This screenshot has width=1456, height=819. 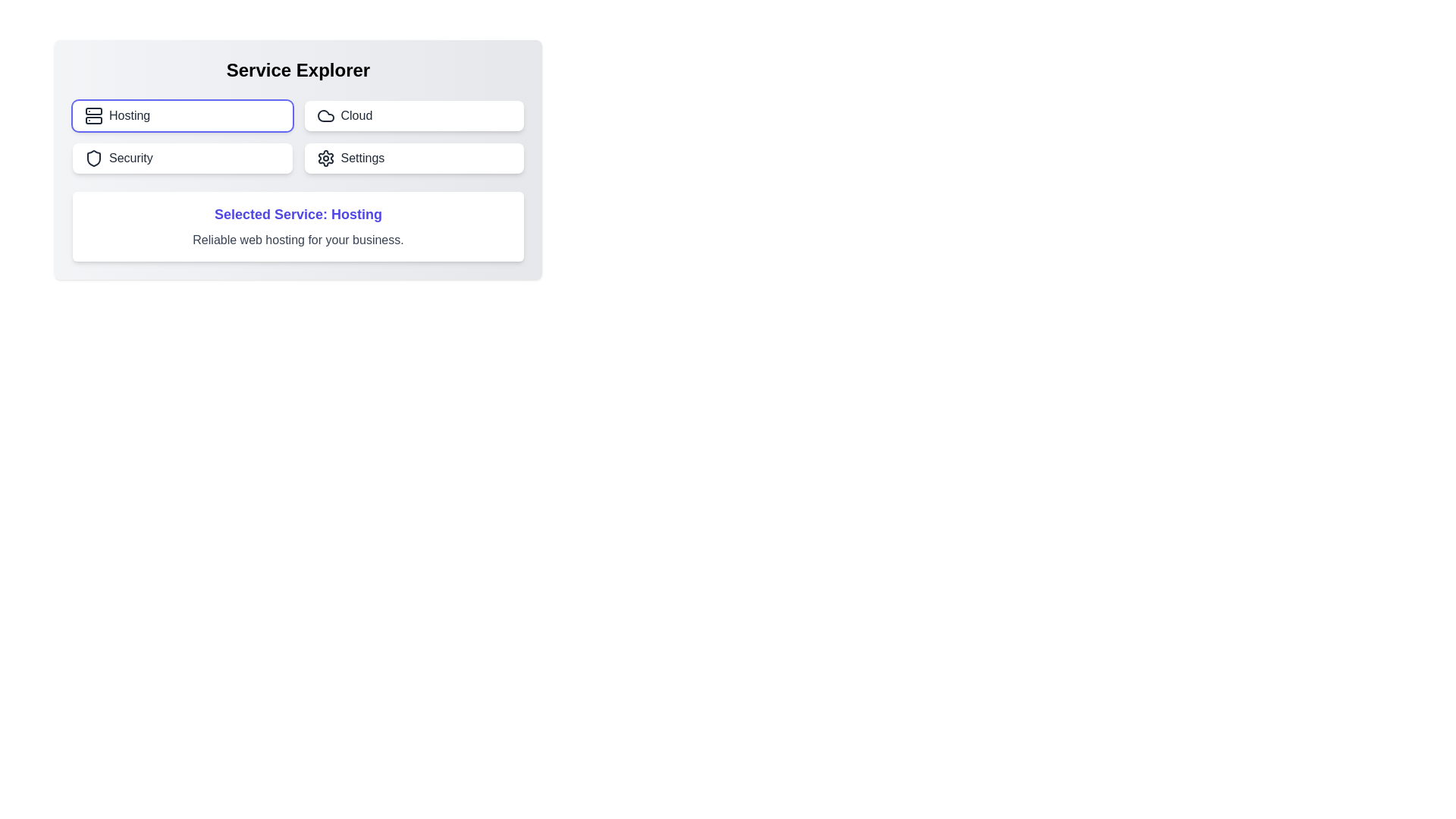 I want to click on the 'Security' text label, which is part of a button-like item with a shield icon to its left, located in the second row of buttons on the 'Service Explorer' interface, so click(x=130, y=158).